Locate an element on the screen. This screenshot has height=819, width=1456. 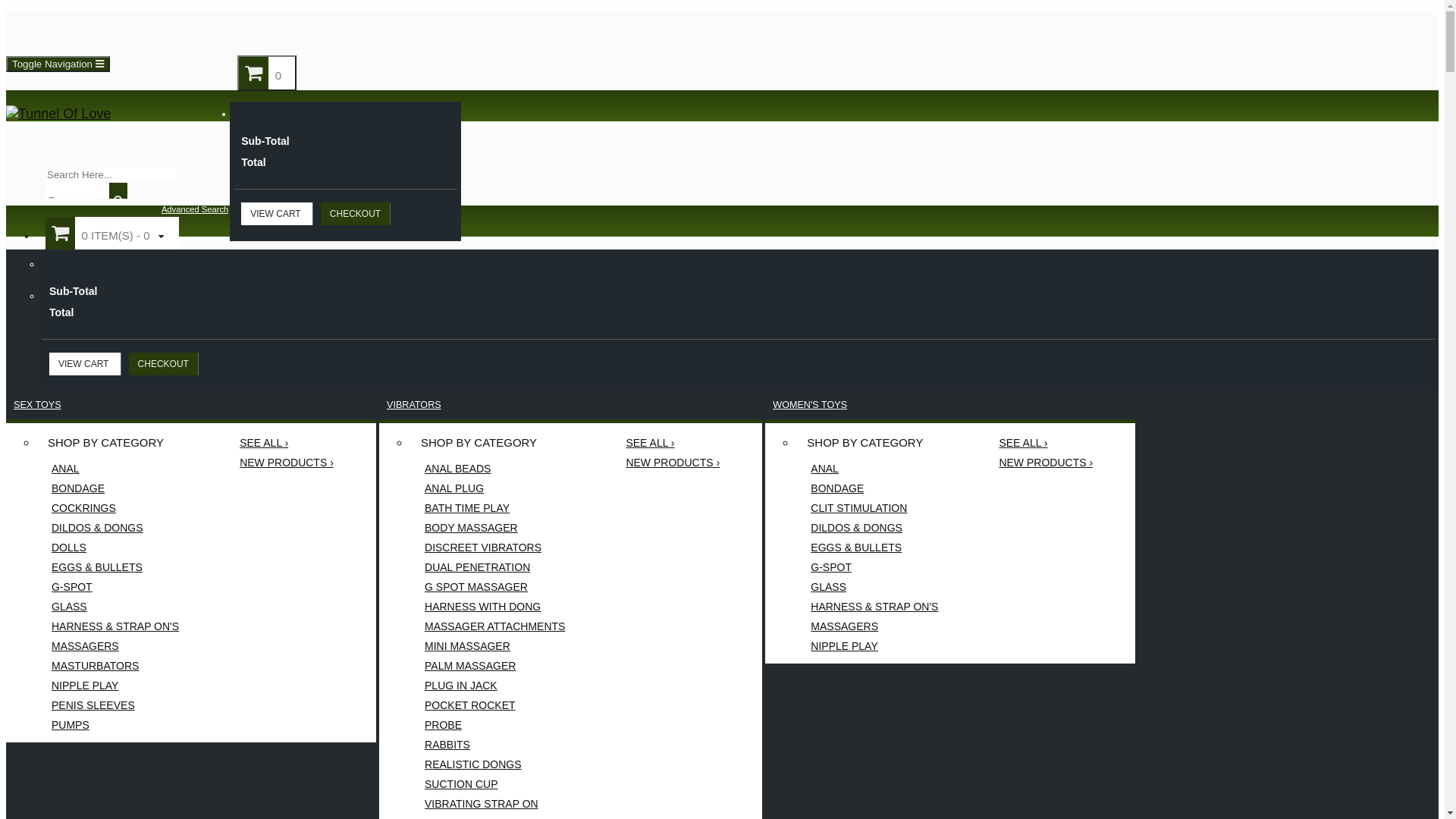
'COCKRINGS' is located at coordinates (115, 508).